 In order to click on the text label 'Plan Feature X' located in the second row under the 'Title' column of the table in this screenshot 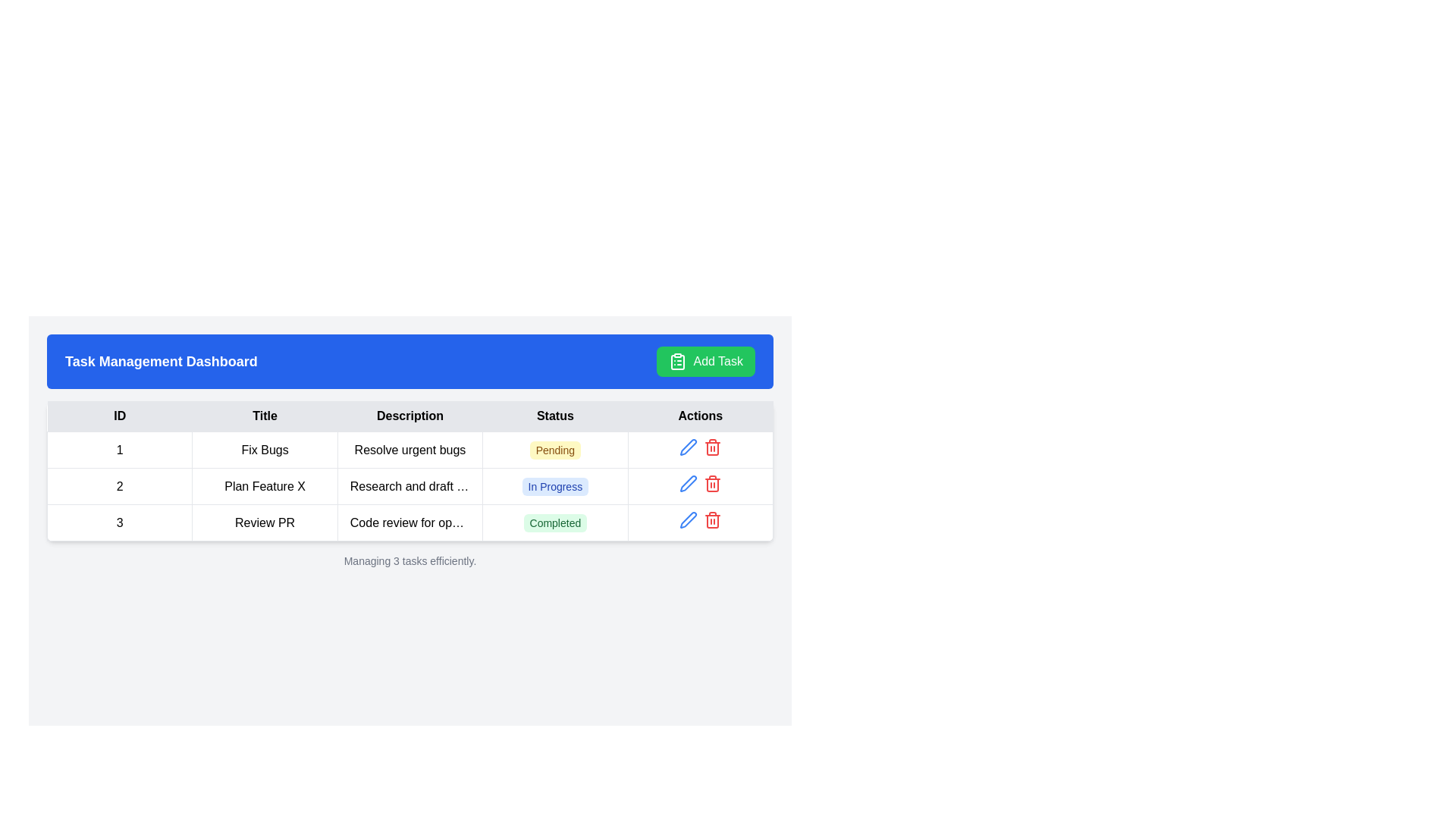, I will do `click(265, 486)`.